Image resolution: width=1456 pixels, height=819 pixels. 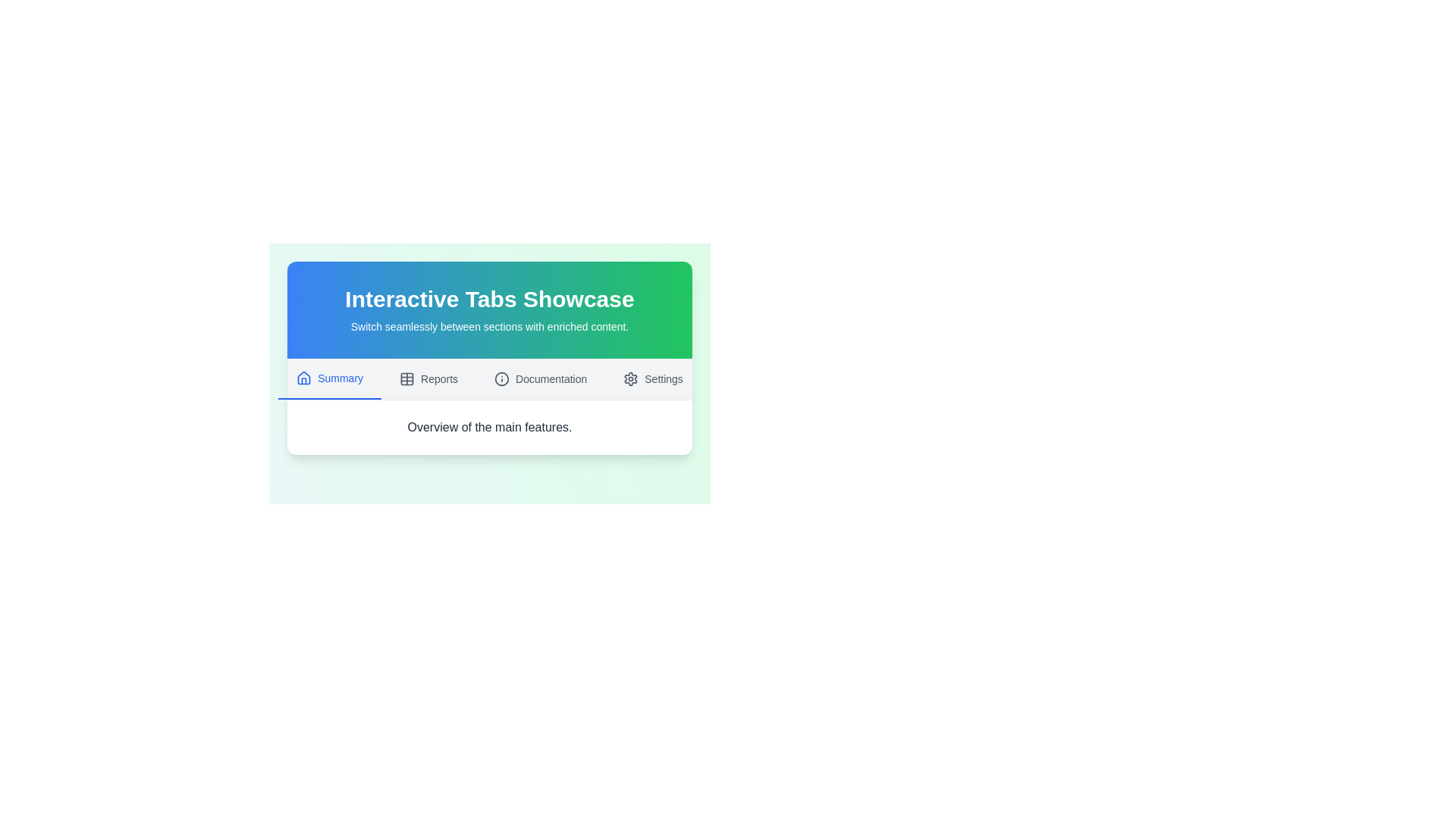 What do you see at coordinates (490, 326) in the screenshot?
I see `the text block that serves as a descriptive subtitle or tagline, positioned directly below the title 'Interactive Tabs Showcase'` at bounding box center [490, 326].